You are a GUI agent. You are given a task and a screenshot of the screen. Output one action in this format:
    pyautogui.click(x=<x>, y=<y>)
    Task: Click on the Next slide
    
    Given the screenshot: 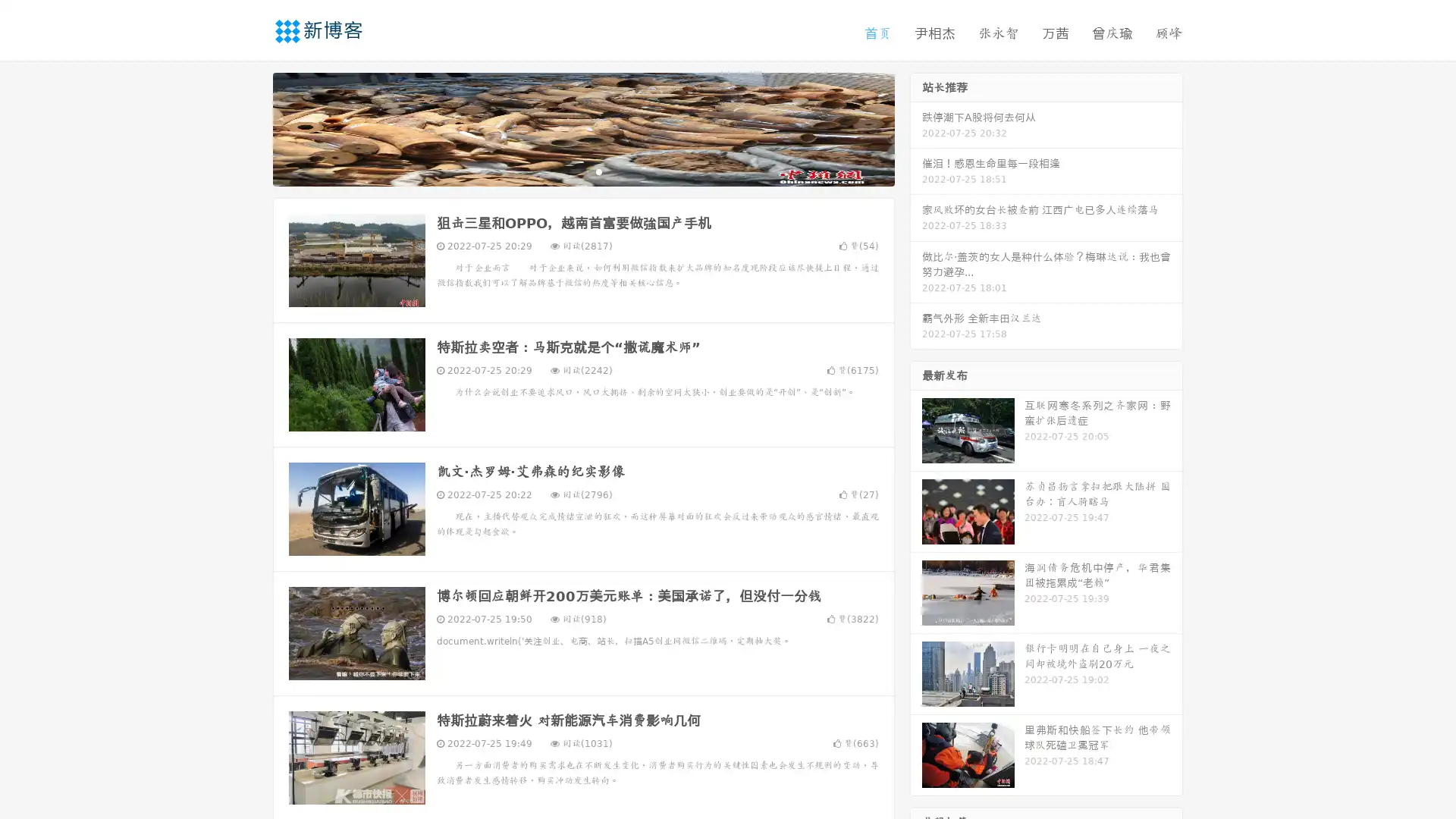 What is the action you would take?
    pyautogui.click(x=916, y=127)
    